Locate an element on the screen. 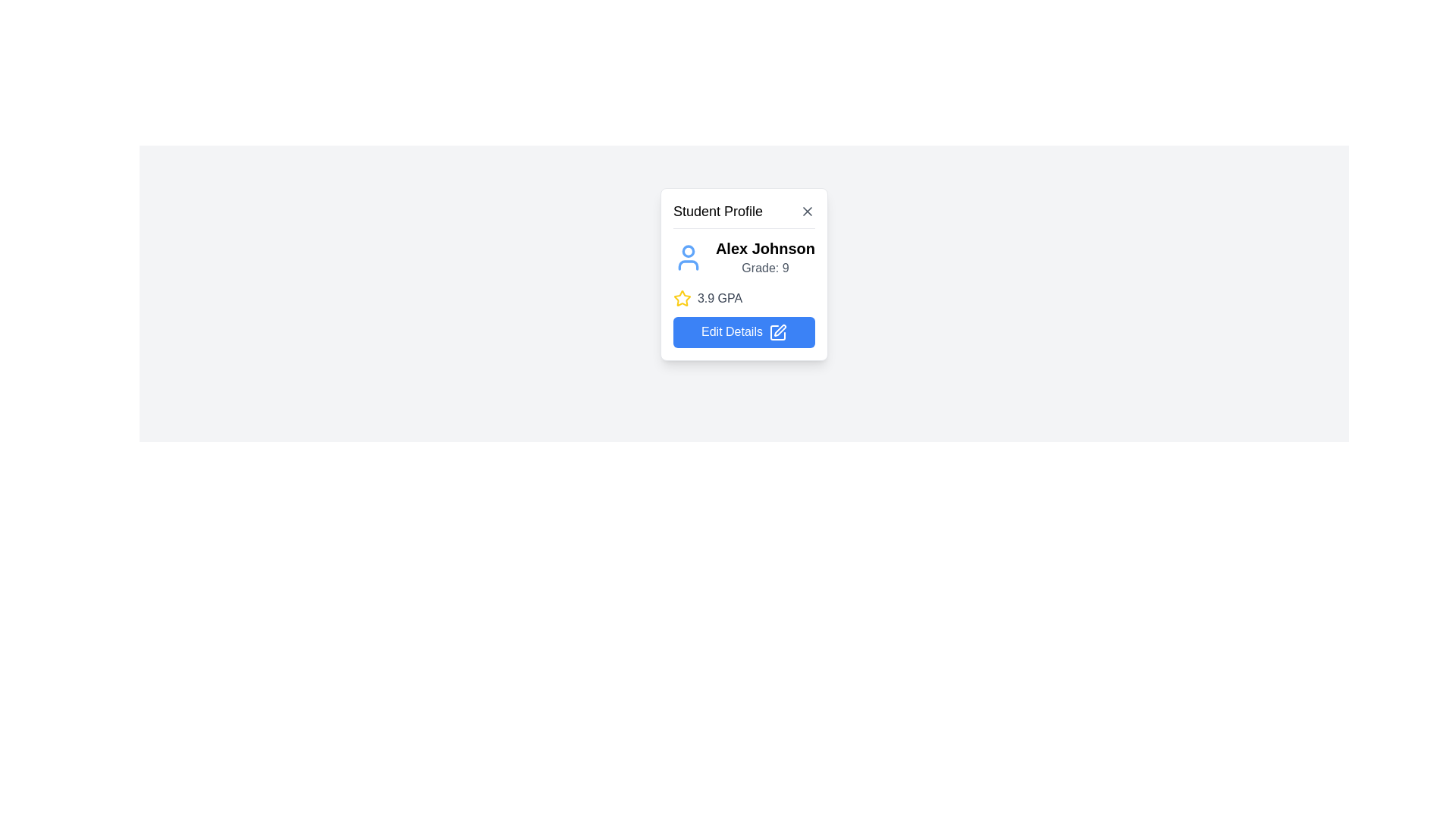  the Close or Dismiss icon located in the top-right corner of the 'Student Profile' card is located at coordinates (807, 211).